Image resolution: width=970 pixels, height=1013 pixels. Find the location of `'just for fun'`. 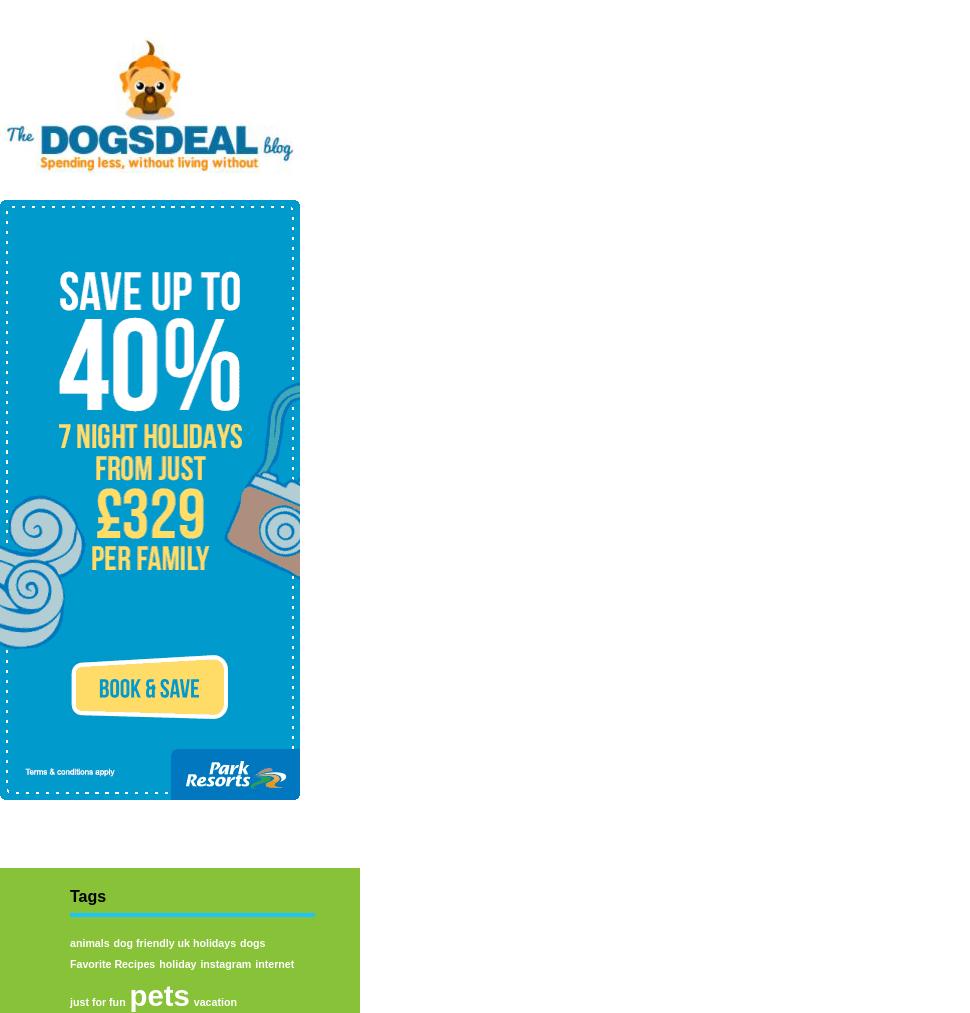

'just for fun' is located at coordinates (97, 1001).